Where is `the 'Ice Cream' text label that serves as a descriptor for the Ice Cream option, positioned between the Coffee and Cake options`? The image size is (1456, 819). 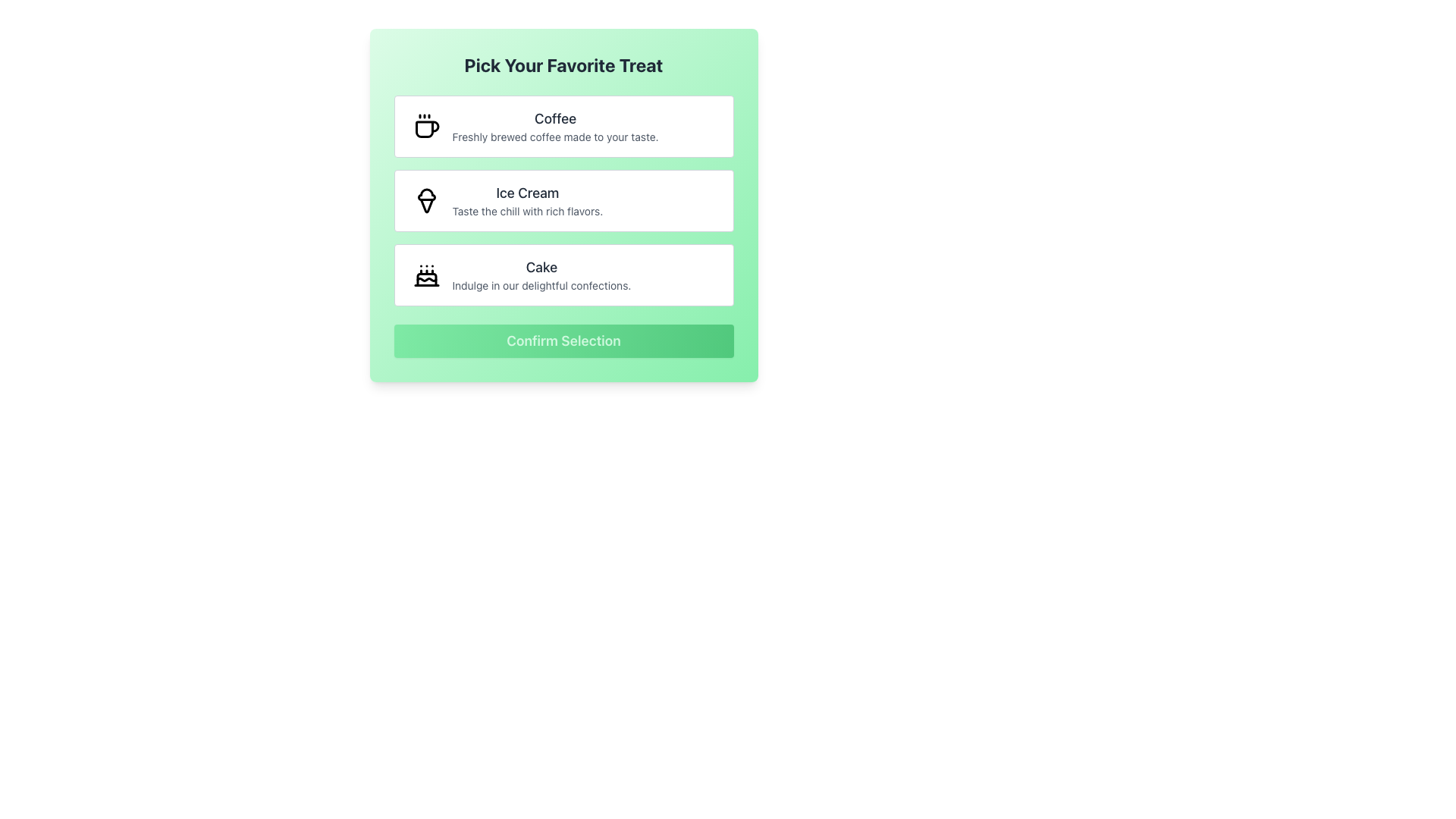
the 'Ice Cream' text label that serves as a descriptor for the Ice Cream option, positioned between the Coffee and Cake options is located at coordinates (527, 200).